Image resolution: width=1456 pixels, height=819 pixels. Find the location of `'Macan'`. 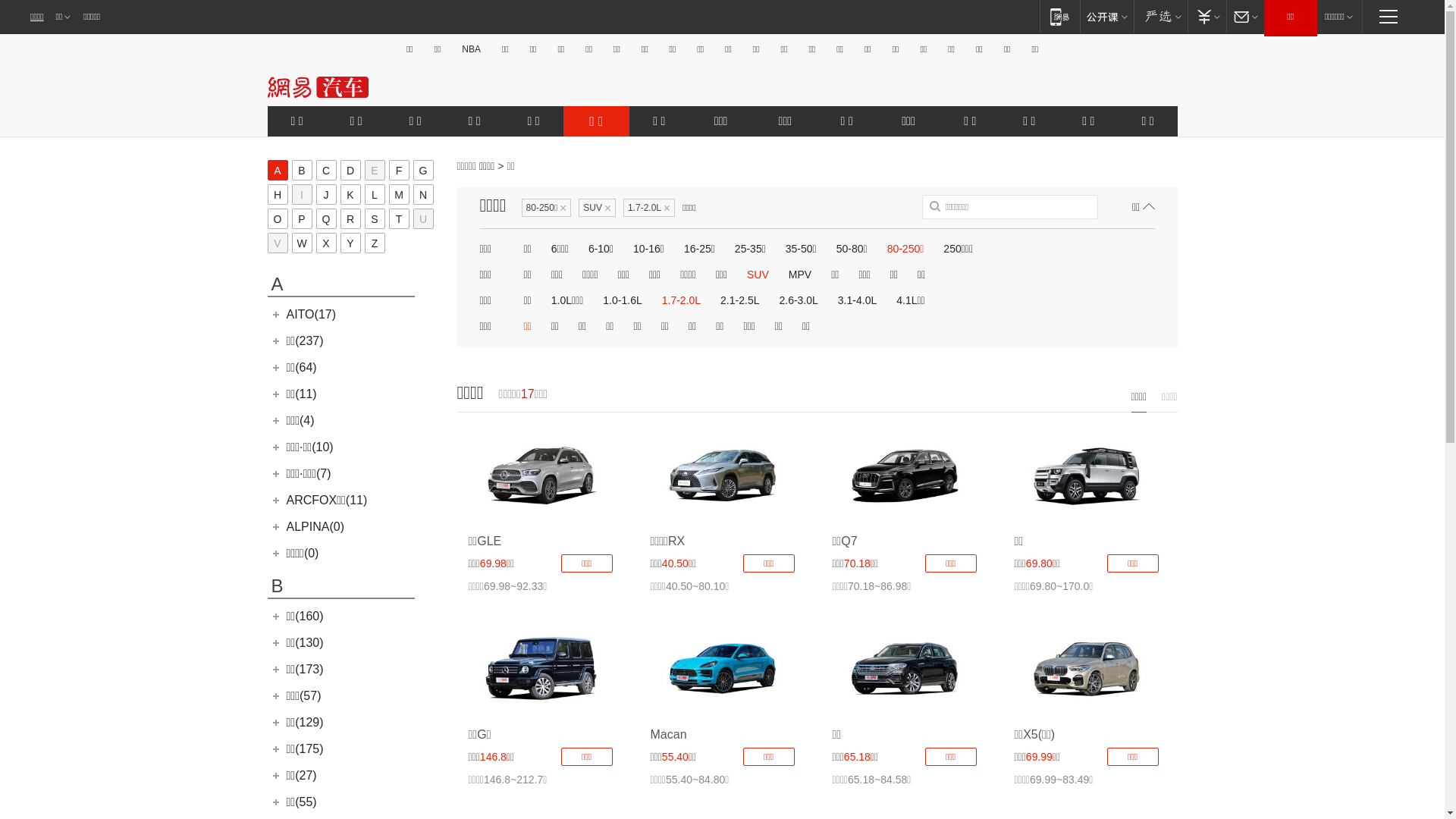

'Macan' is located at coordinates (668, 733).